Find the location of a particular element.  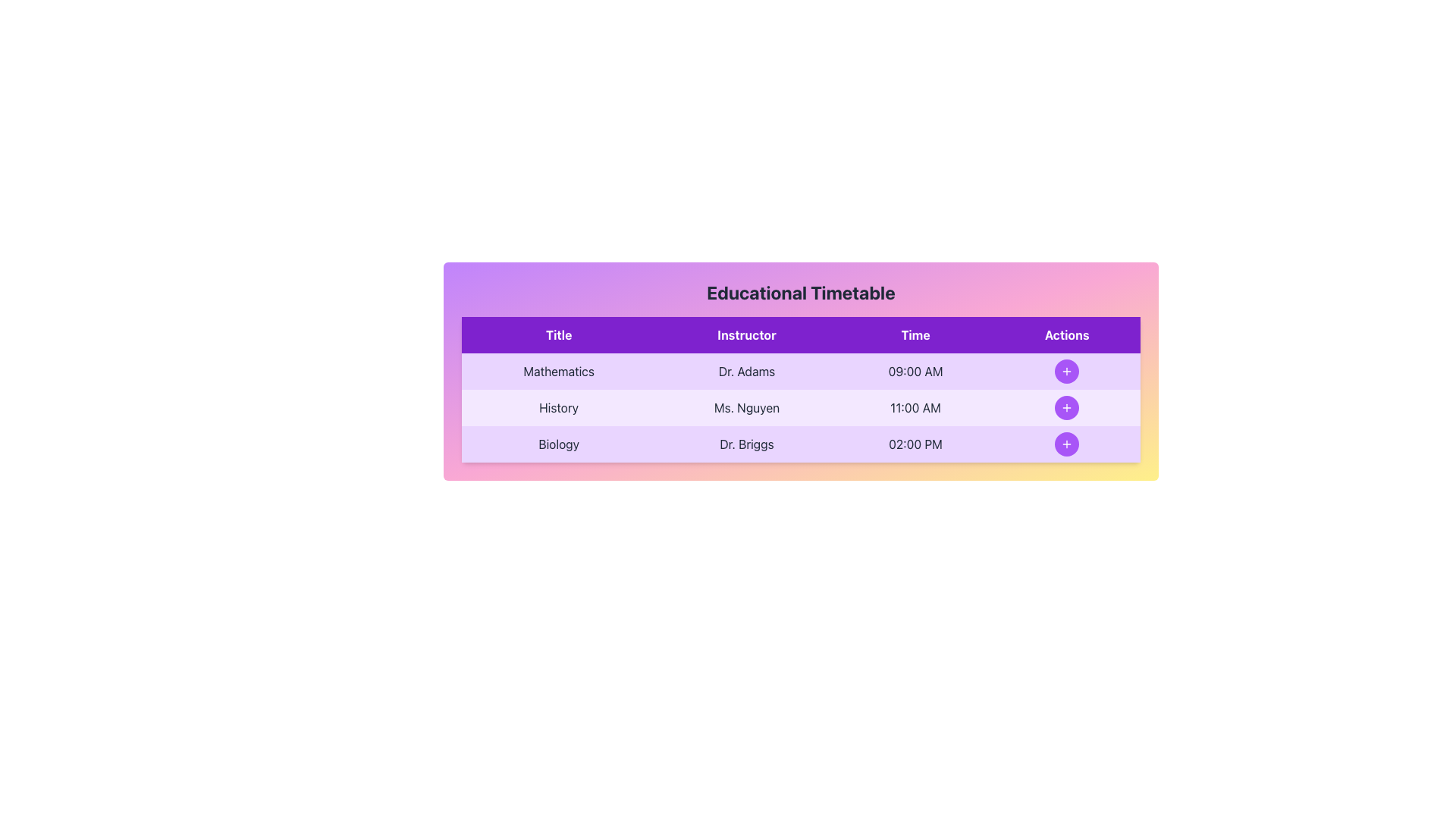

the text label displaying '09:00 AM' in the 'Time' column of the timetable for the 'Mathematics' subject is located at coordinates (915, 371).